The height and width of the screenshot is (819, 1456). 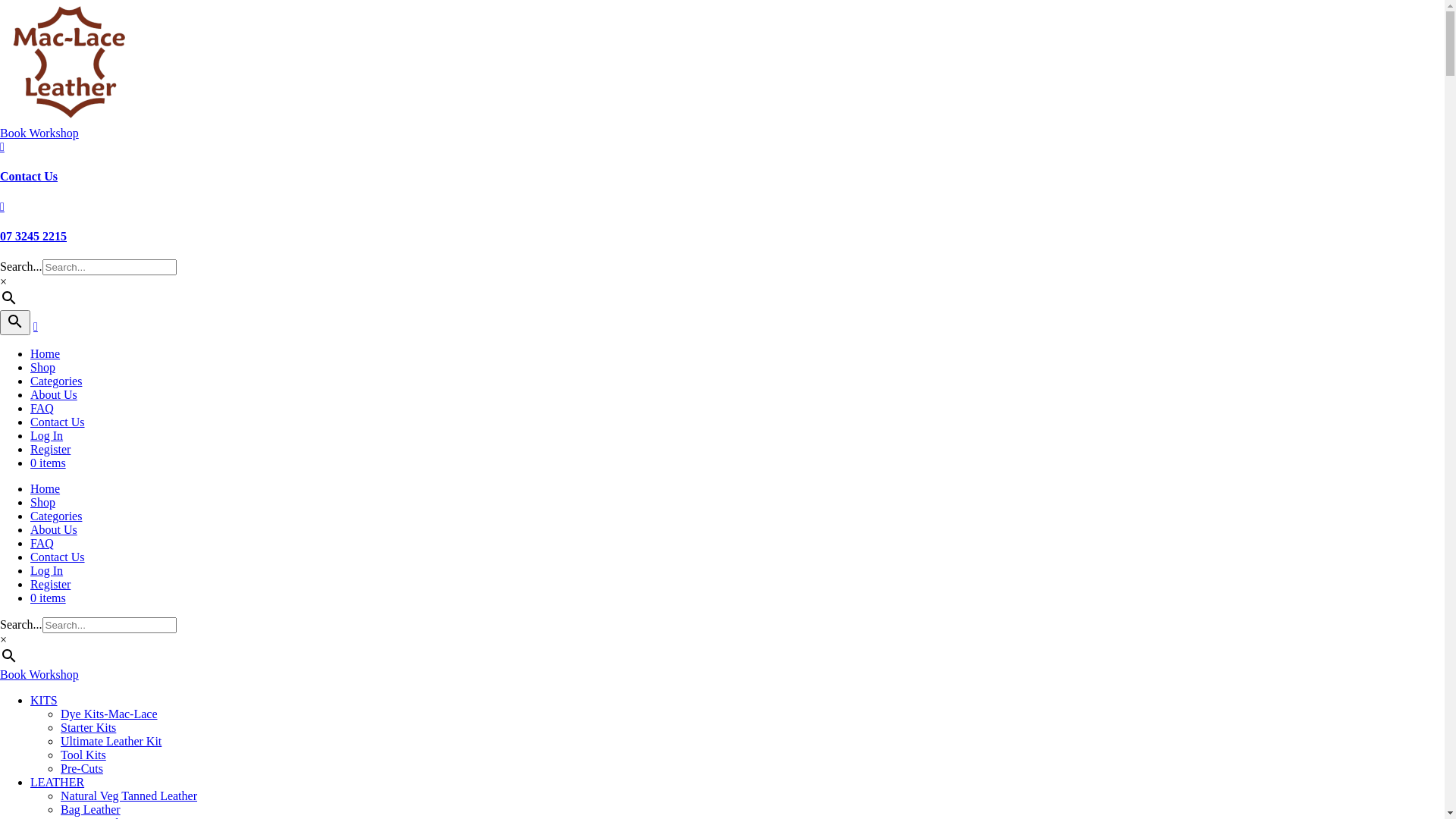 I want to click on 'Log In', so click(x=46, y=570).